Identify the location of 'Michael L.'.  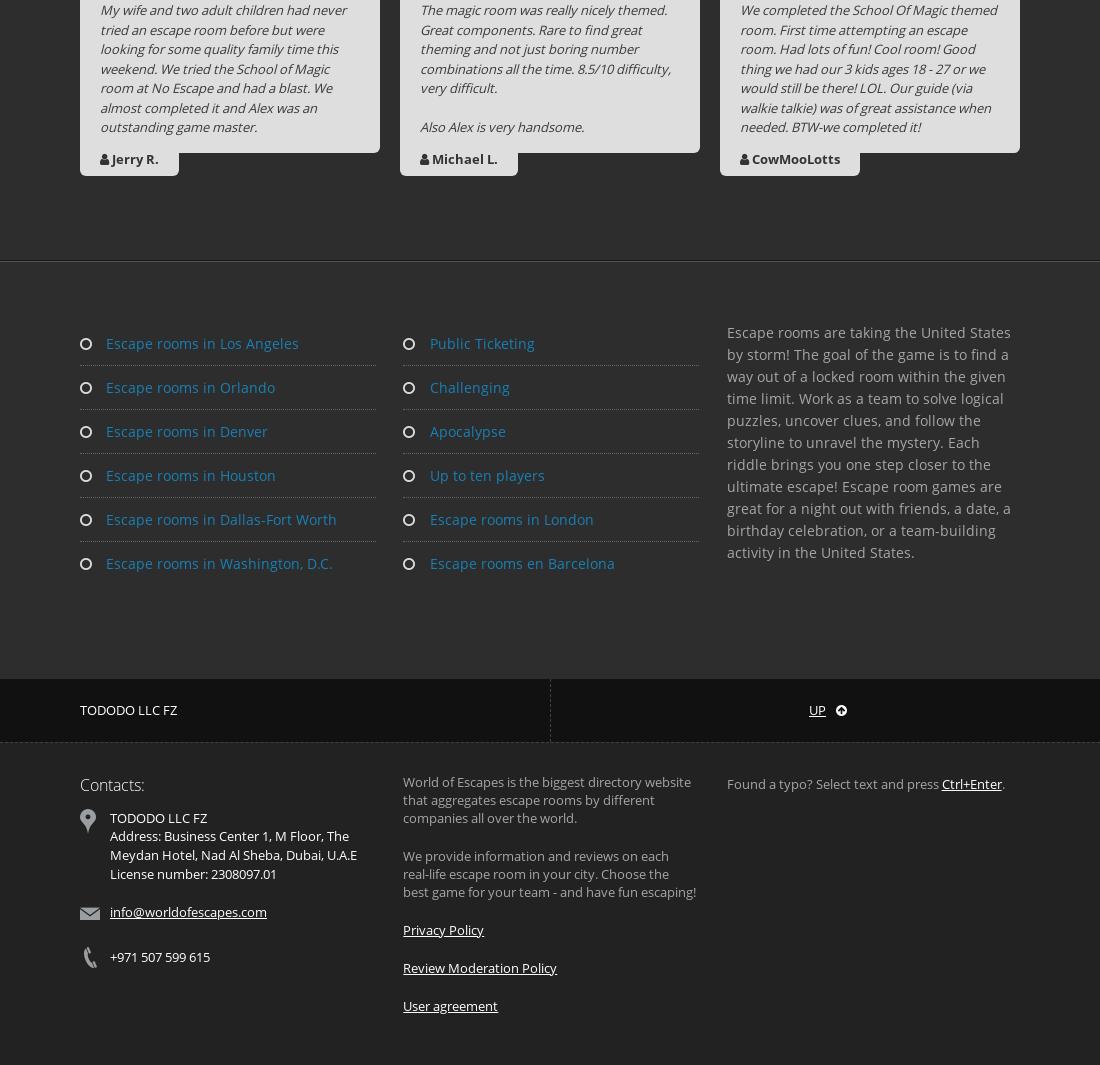
(463, 157).